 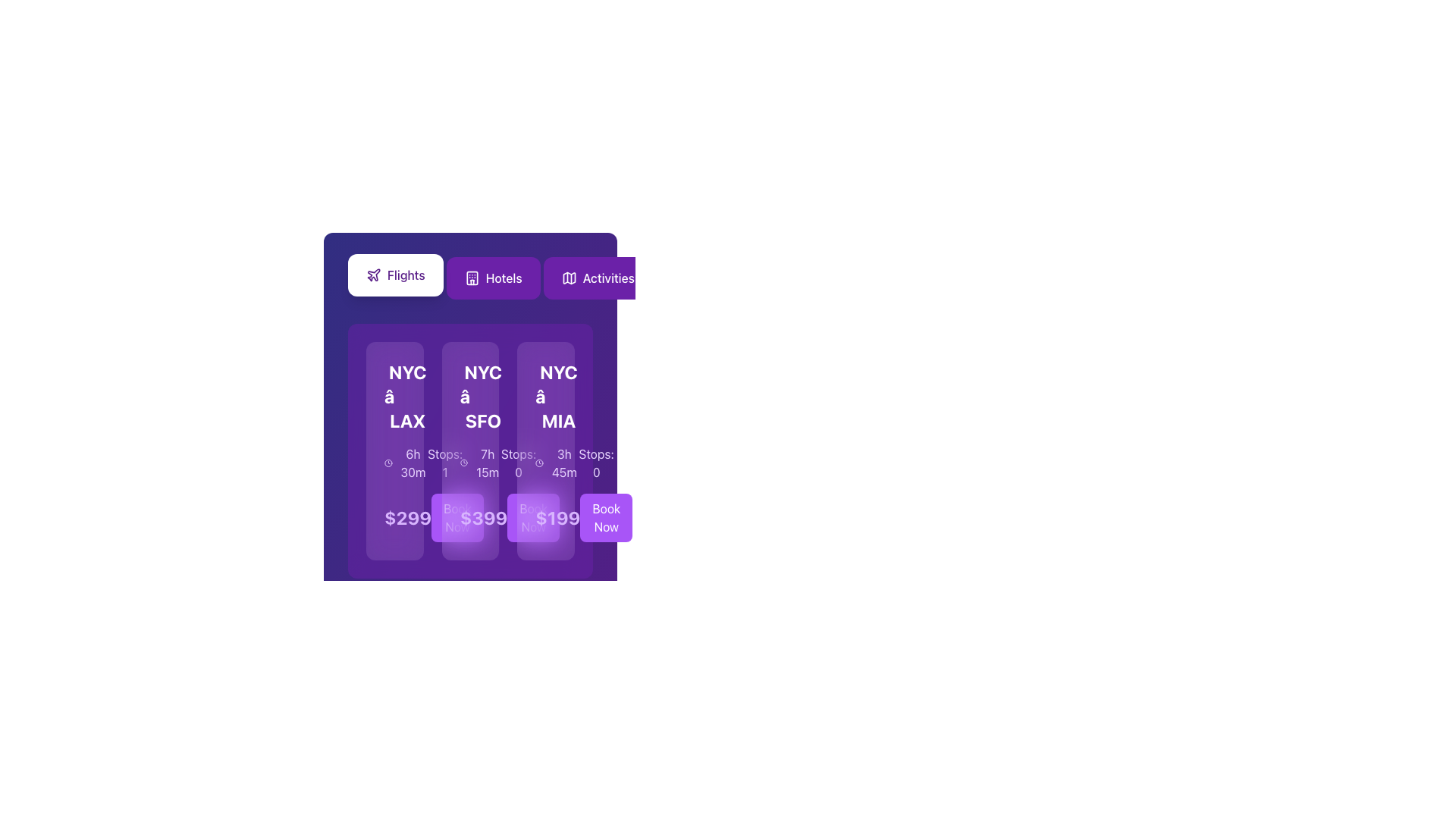 I want to click on the vibrant purple 'Book Now' button with bold white text to proceed with booking, so click(x=605, y=516).